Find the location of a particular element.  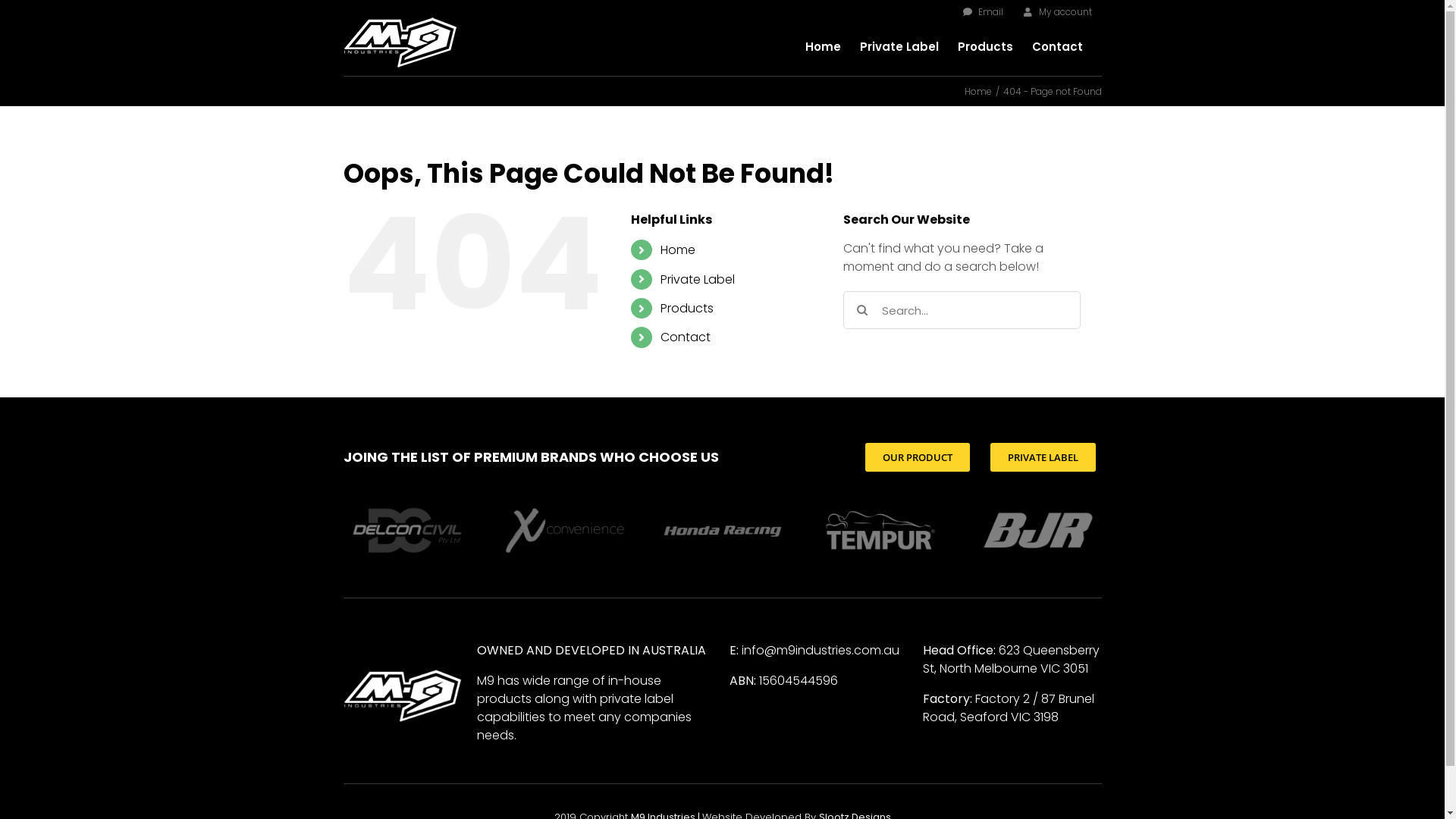

'My account' is located at coordinates (1056, 11).